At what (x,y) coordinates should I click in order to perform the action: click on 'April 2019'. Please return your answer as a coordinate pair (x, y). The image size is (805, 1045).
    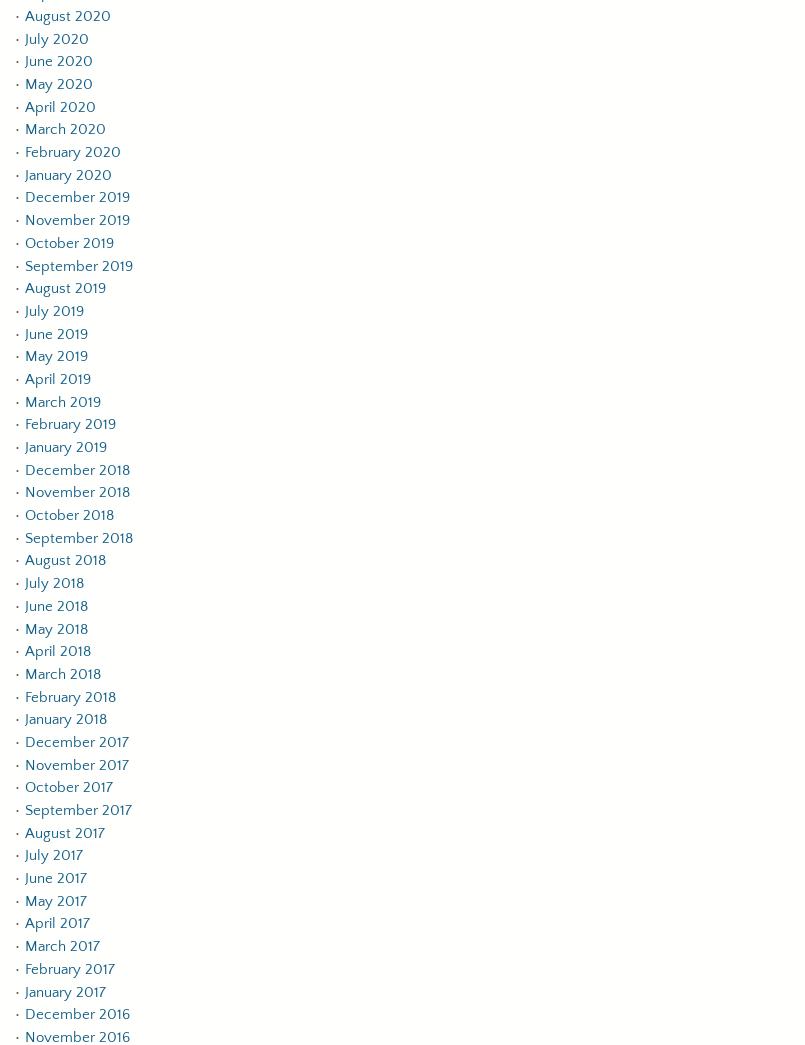
    Looking at the image, I should click on (25, 377).